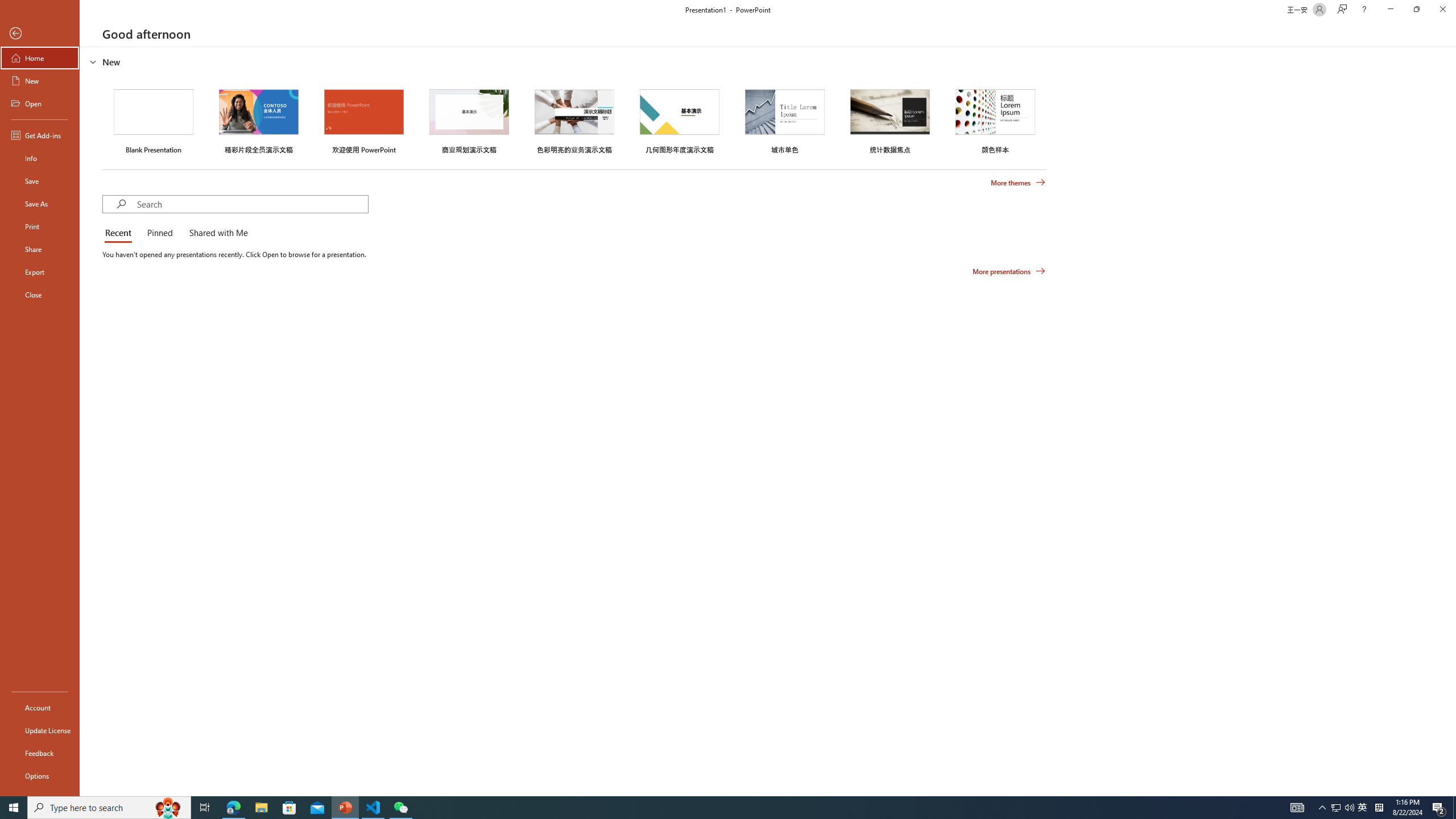 The height and width of the screenshot is (819, 1456). What do you see at coordinates (39, 753) in the screenshot?
I see `'Feedback'` at bounding box center [39, 753].